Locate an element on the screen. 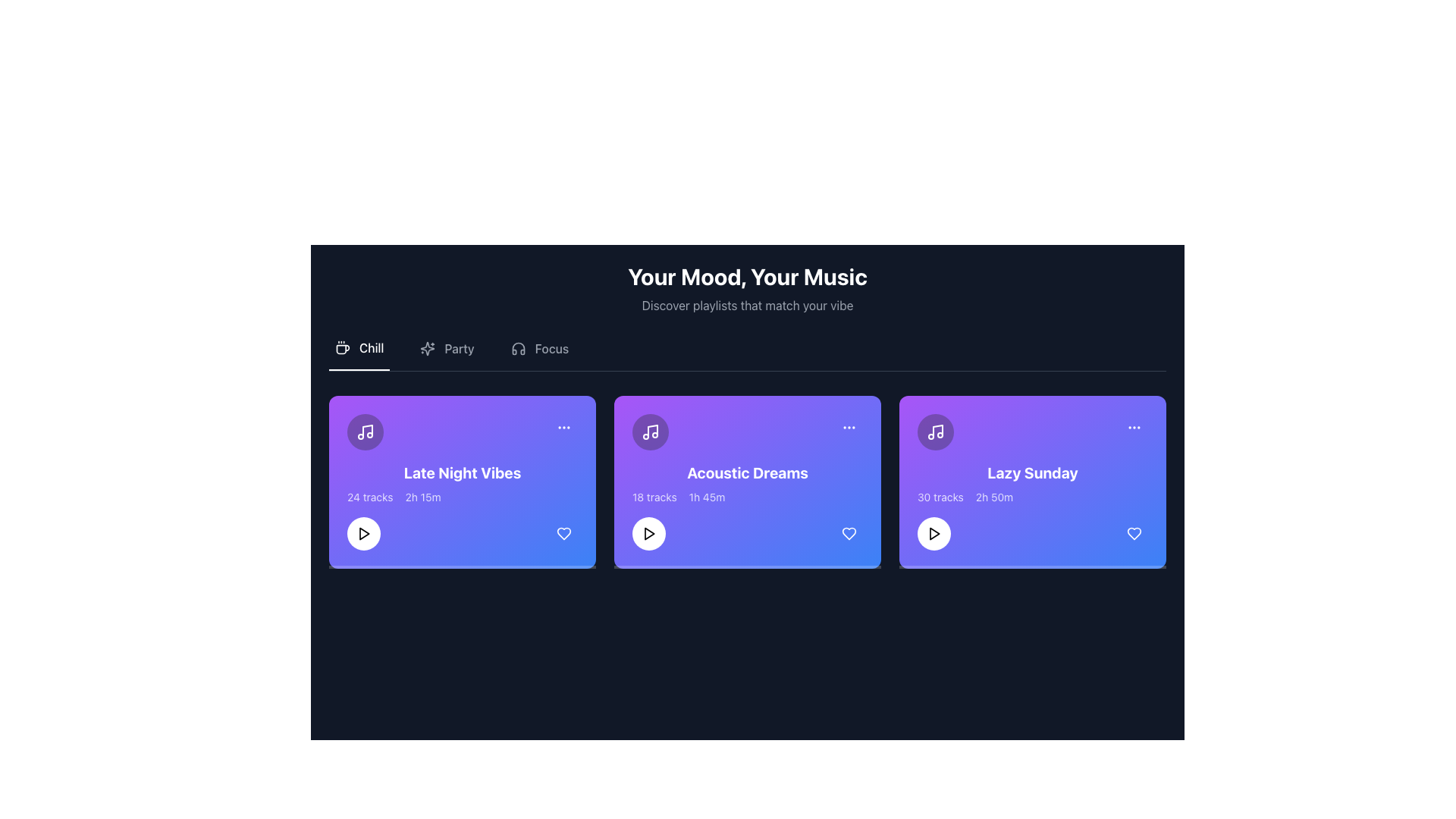 The width and height of the screenshot is (1456, 819). the heart icon located at the bottom right corner of the 'Lazy Sunday' card to mark the content as favorite is located at coordinates (1134, 533).